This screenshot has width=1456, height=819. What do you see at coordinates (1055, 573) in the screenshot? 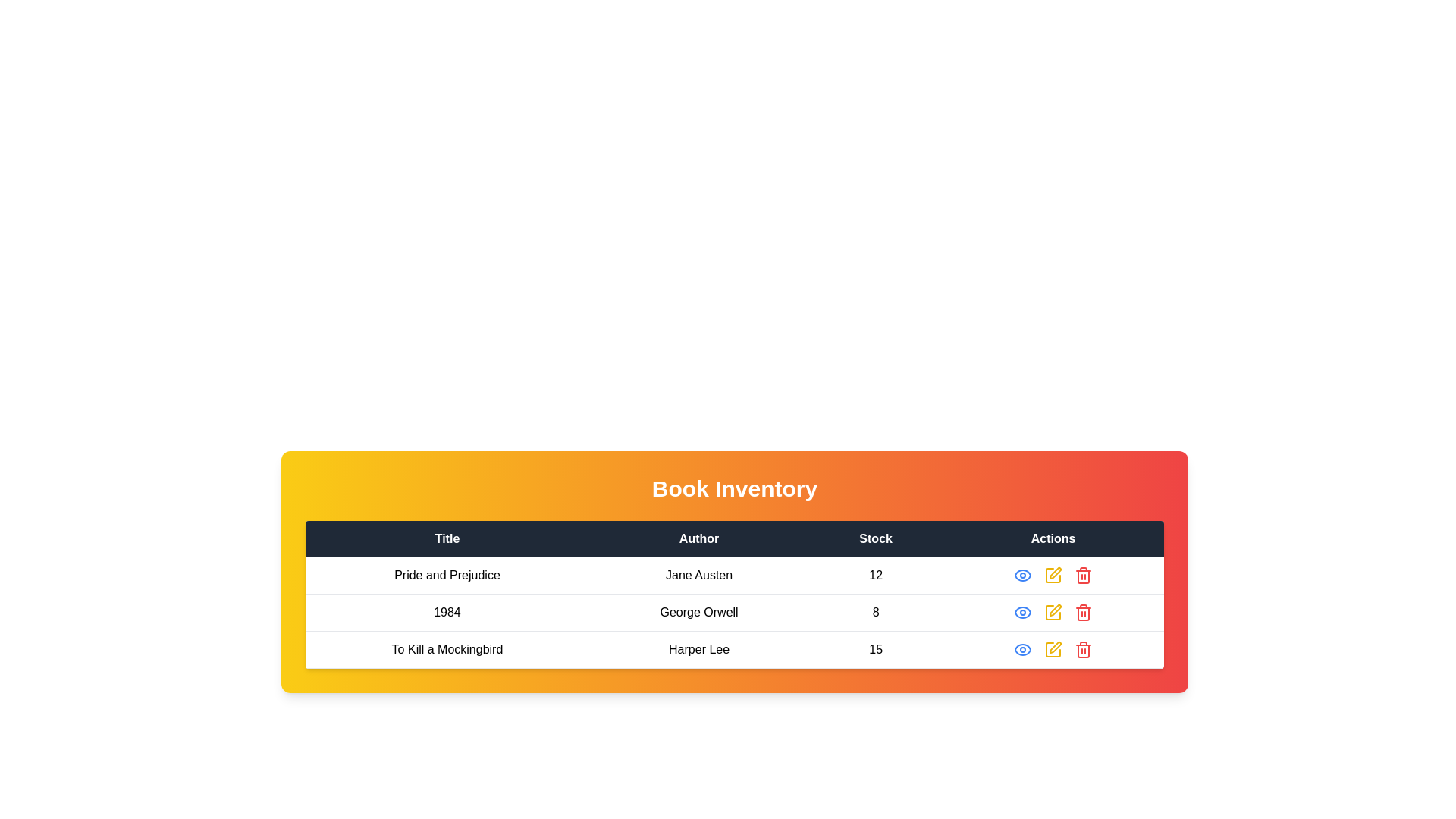
I see `the 'Edit' button in the 'Actions' column of the table for the book 'Pride and Prejudice'` at bounding box center [1055, 573].